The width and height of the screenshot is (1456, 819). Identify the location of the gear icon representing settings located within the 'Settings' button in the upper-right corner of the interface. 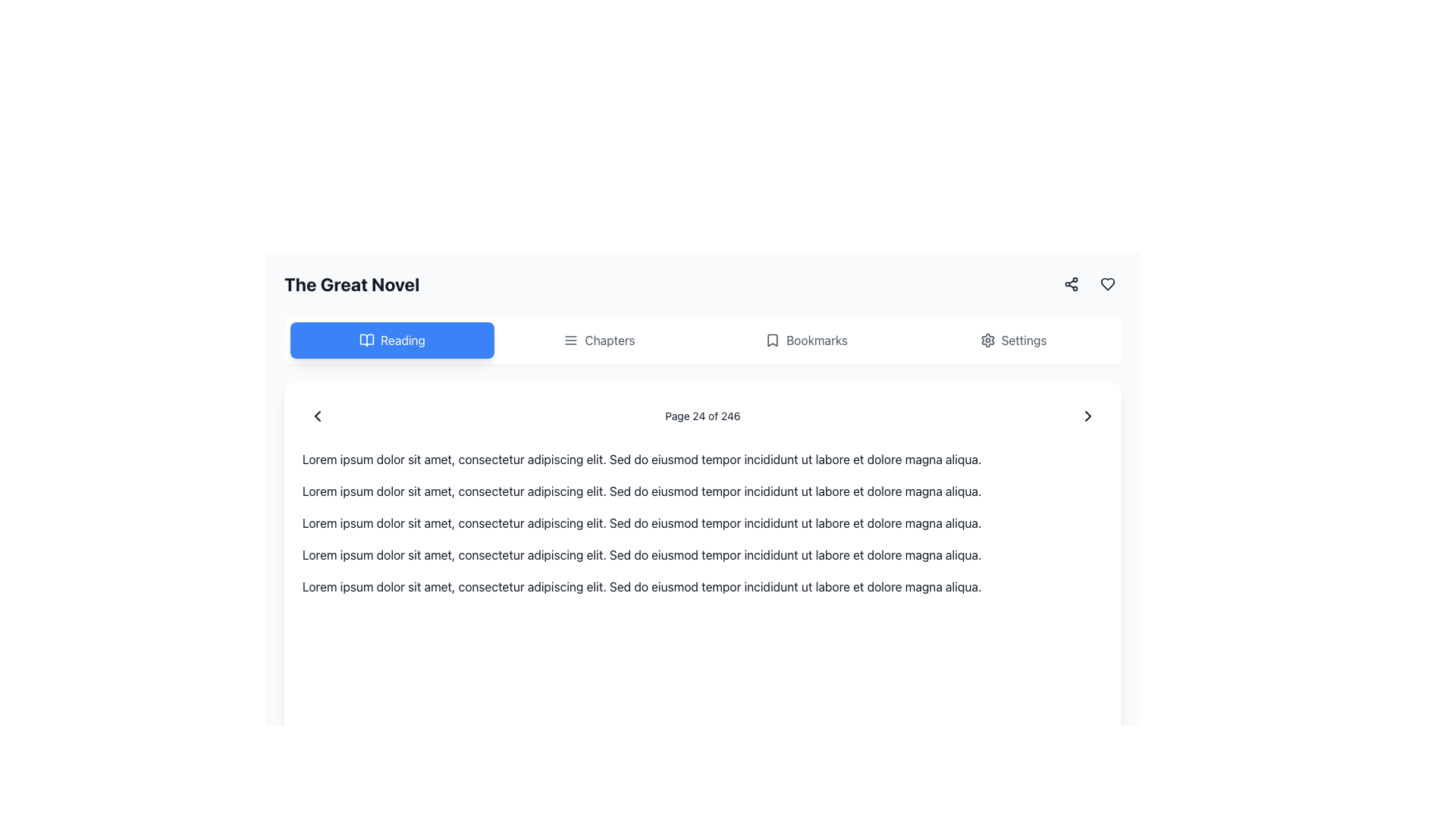
(987, 339).